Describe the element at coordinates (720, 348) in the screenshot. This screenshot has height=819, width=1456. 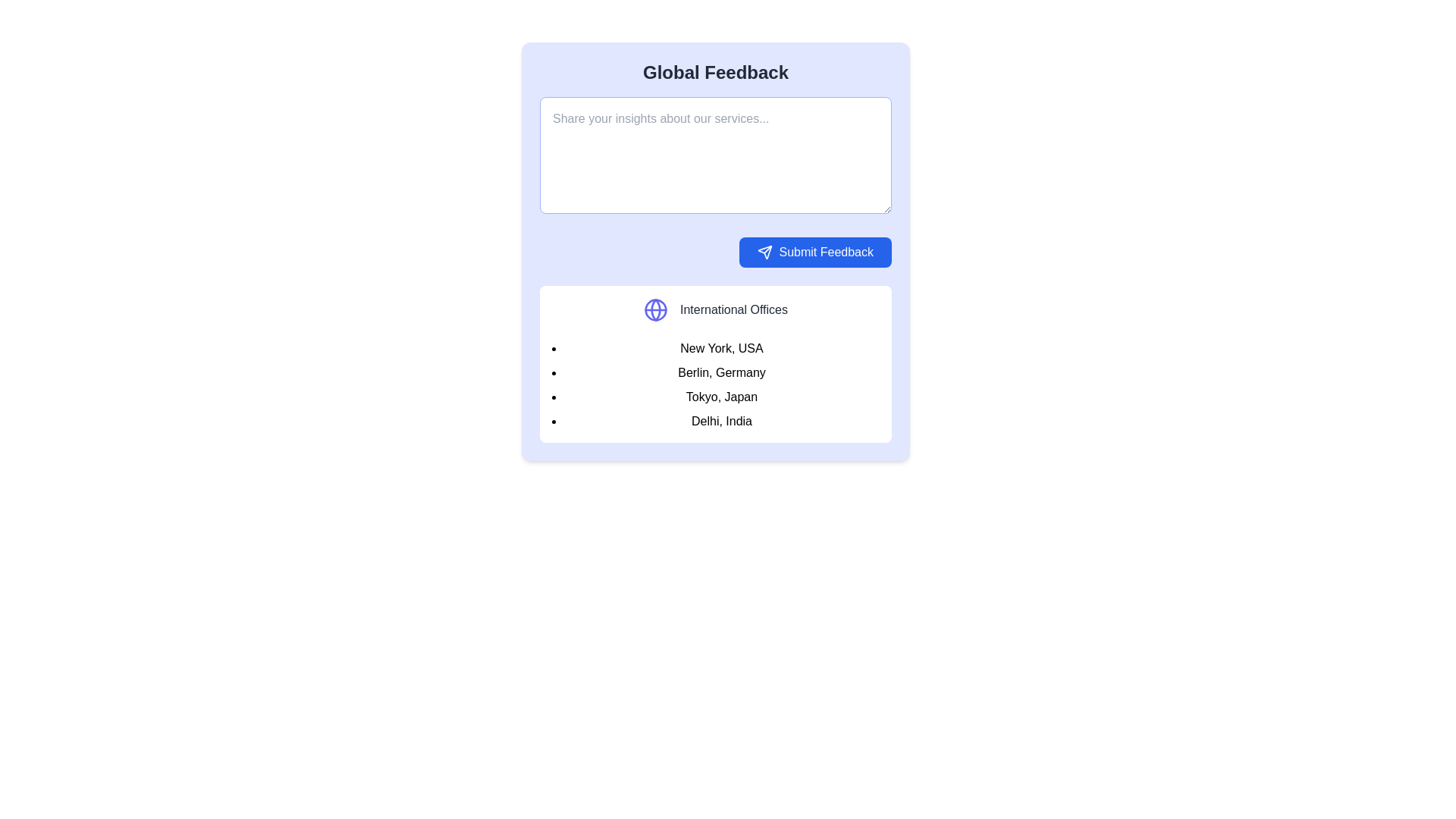
I see `the text label representing 'New York, USA', which is the first item in the list of international office locations below the 'International Offices' section heading` at that location.